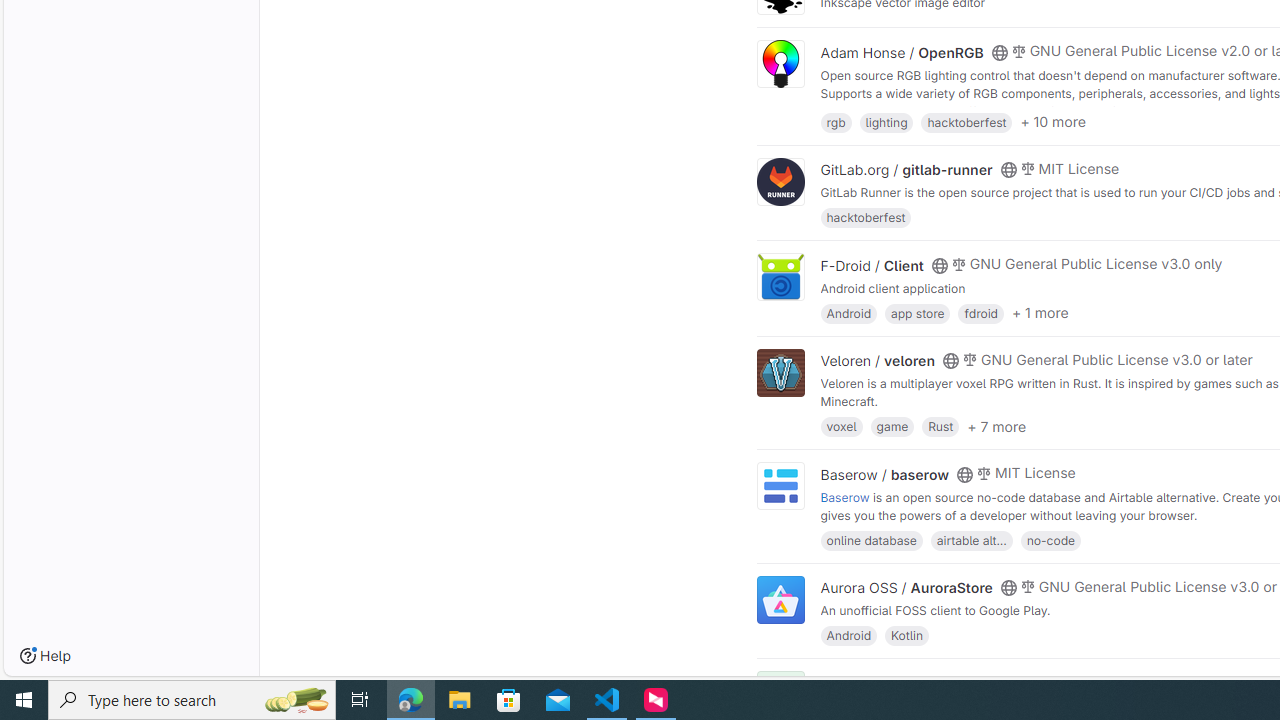 The height and width of the screenshot is (720, 1280). I want to click on 'Veloren / veloren', so click(878, 361).